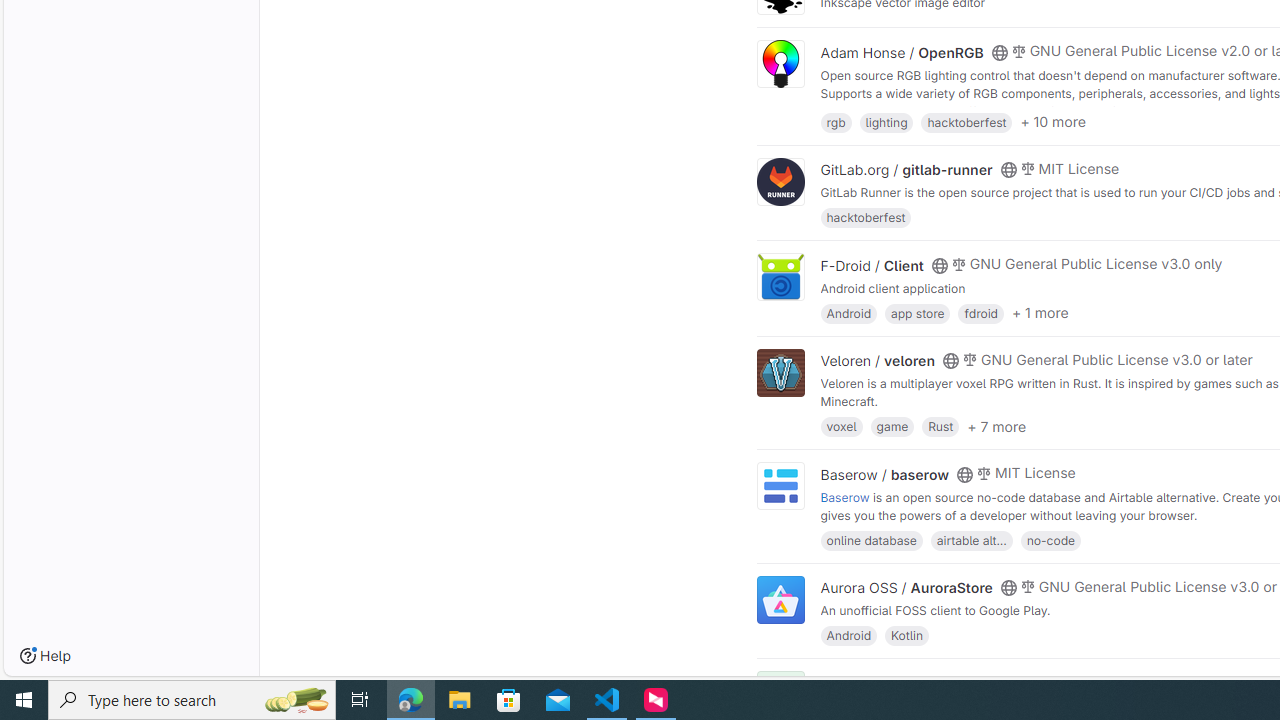 The height and width of the screenshot is (720, 1280). I want to click on 'Veloren / veloren', so click(878, 361).